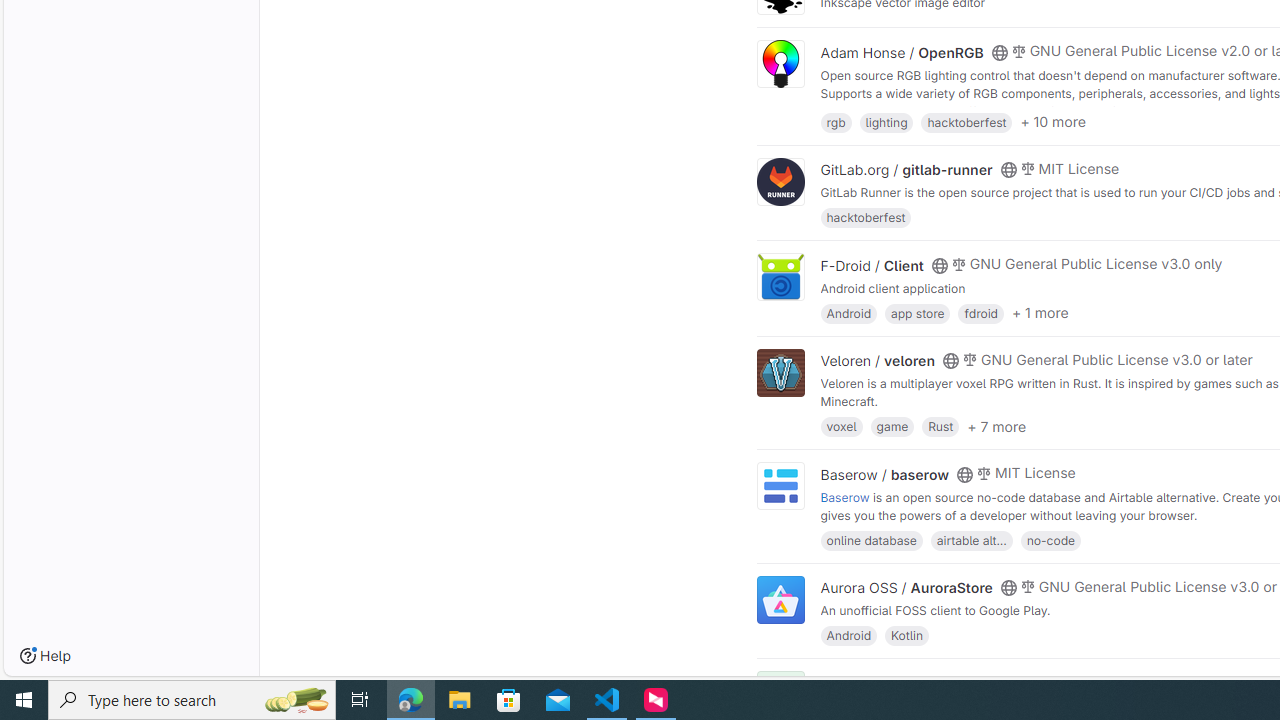 The height and width of the screenshot is (720, 1280). I want to click on 'Veloren / veloren', so click(878, 361).